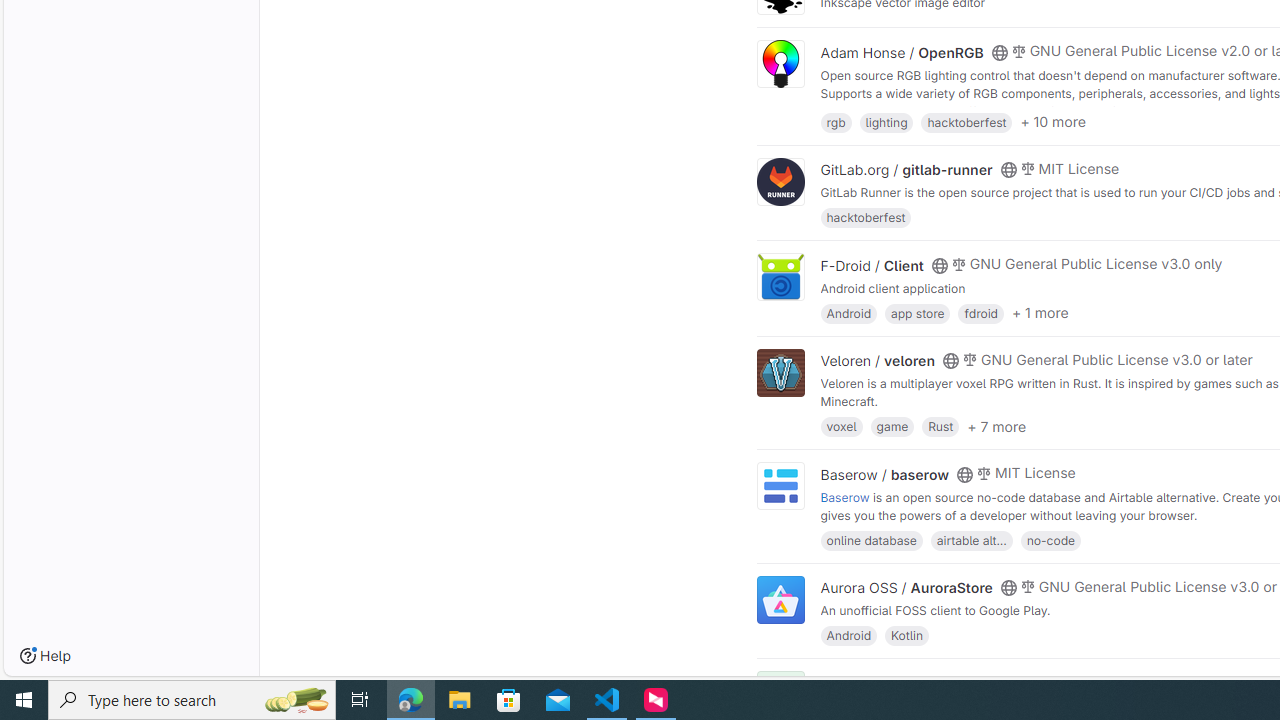 The height and width of the screenshot is (720, 1280). I want to click on 'Veloren / veloren', so click(878, 361).